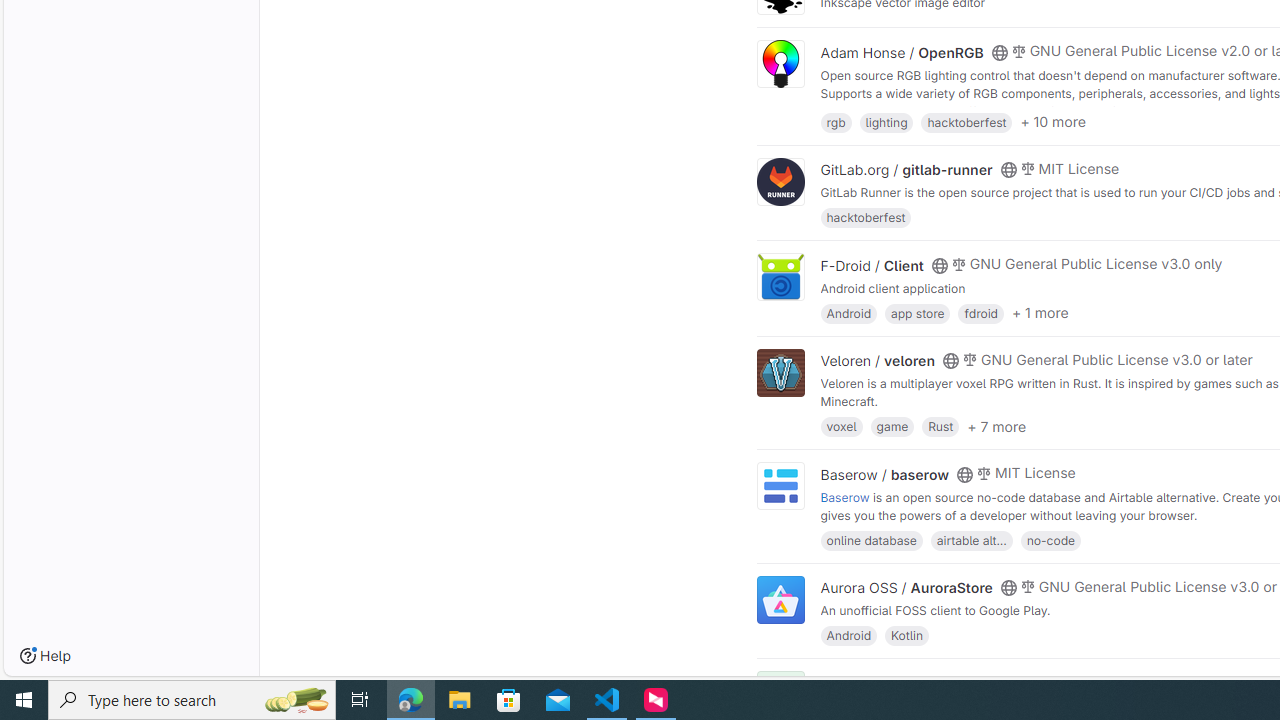 The height and width of the screenshot is (720, 1280). I want to click on 'Veloren / veloren', so click(878, 361).